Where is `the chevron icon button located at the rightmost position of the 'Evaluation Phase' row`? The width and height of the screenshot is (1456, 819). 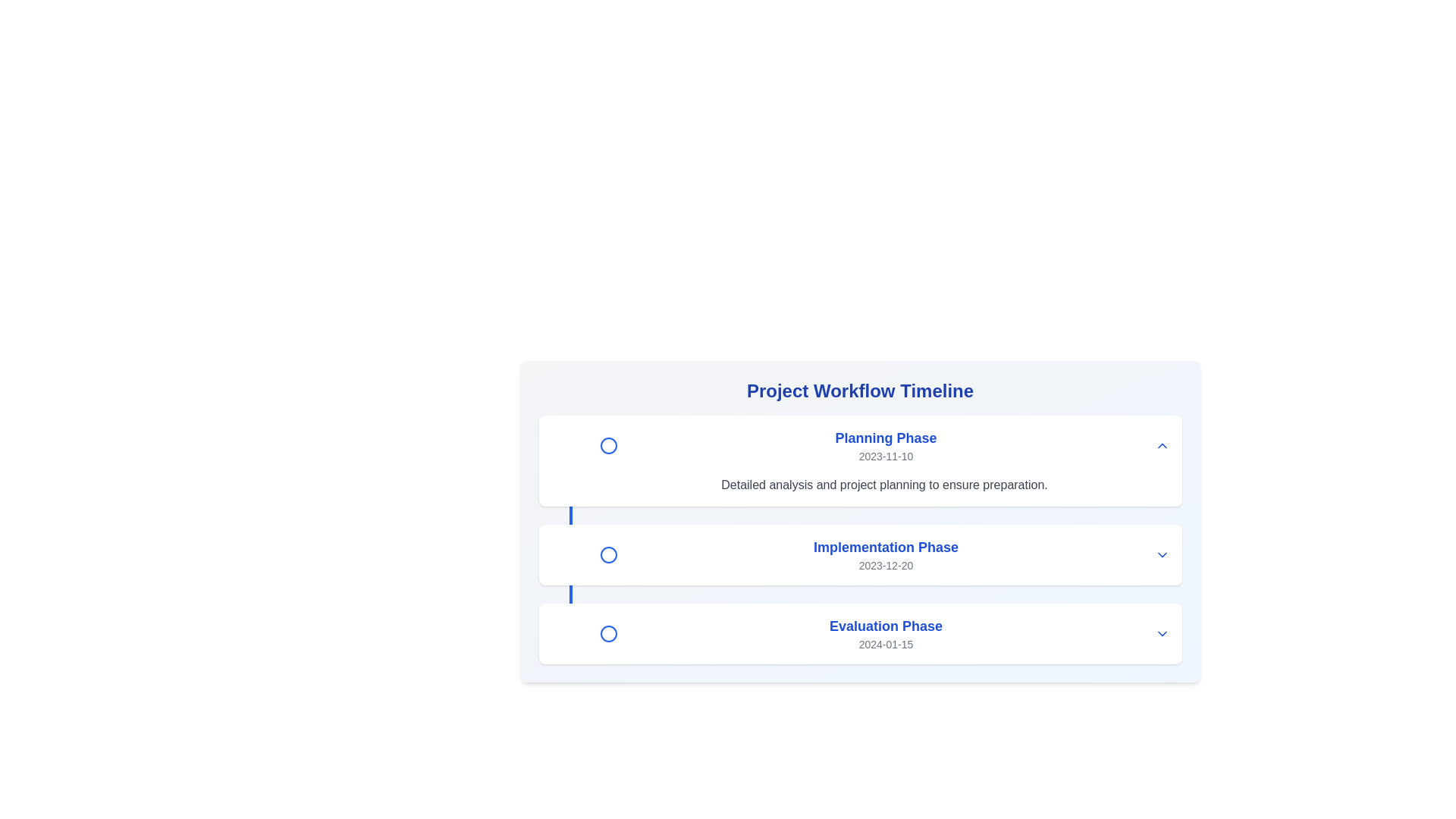 the chevron icon button located at the rightmost position of the 'Evaluation Phase' row is located at coordinates (1161, 634).